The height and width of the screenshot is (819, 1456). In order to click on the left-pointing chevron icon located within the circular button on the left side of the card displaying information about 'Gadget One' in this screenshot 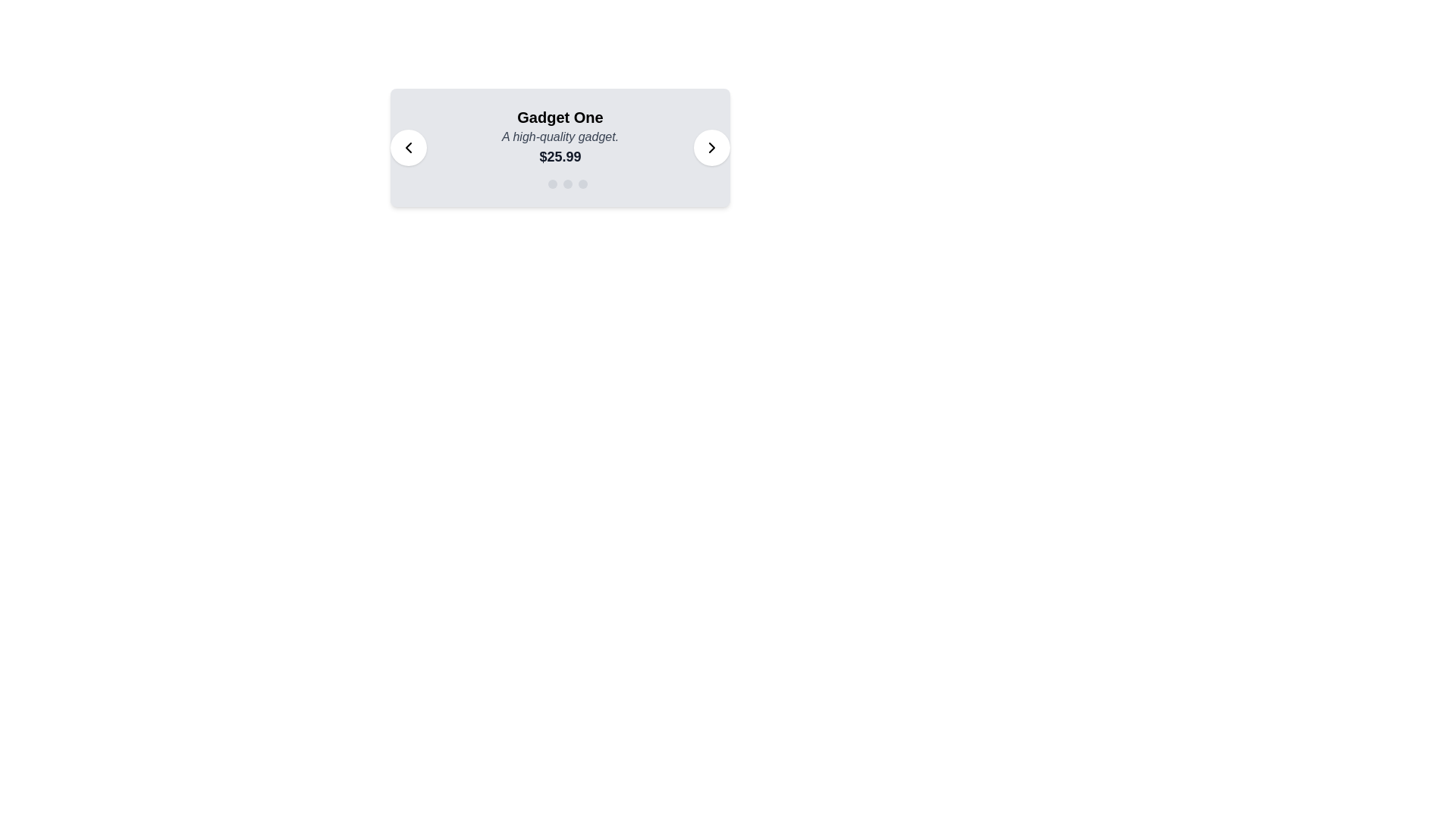, I will do `click(408, 148)`.